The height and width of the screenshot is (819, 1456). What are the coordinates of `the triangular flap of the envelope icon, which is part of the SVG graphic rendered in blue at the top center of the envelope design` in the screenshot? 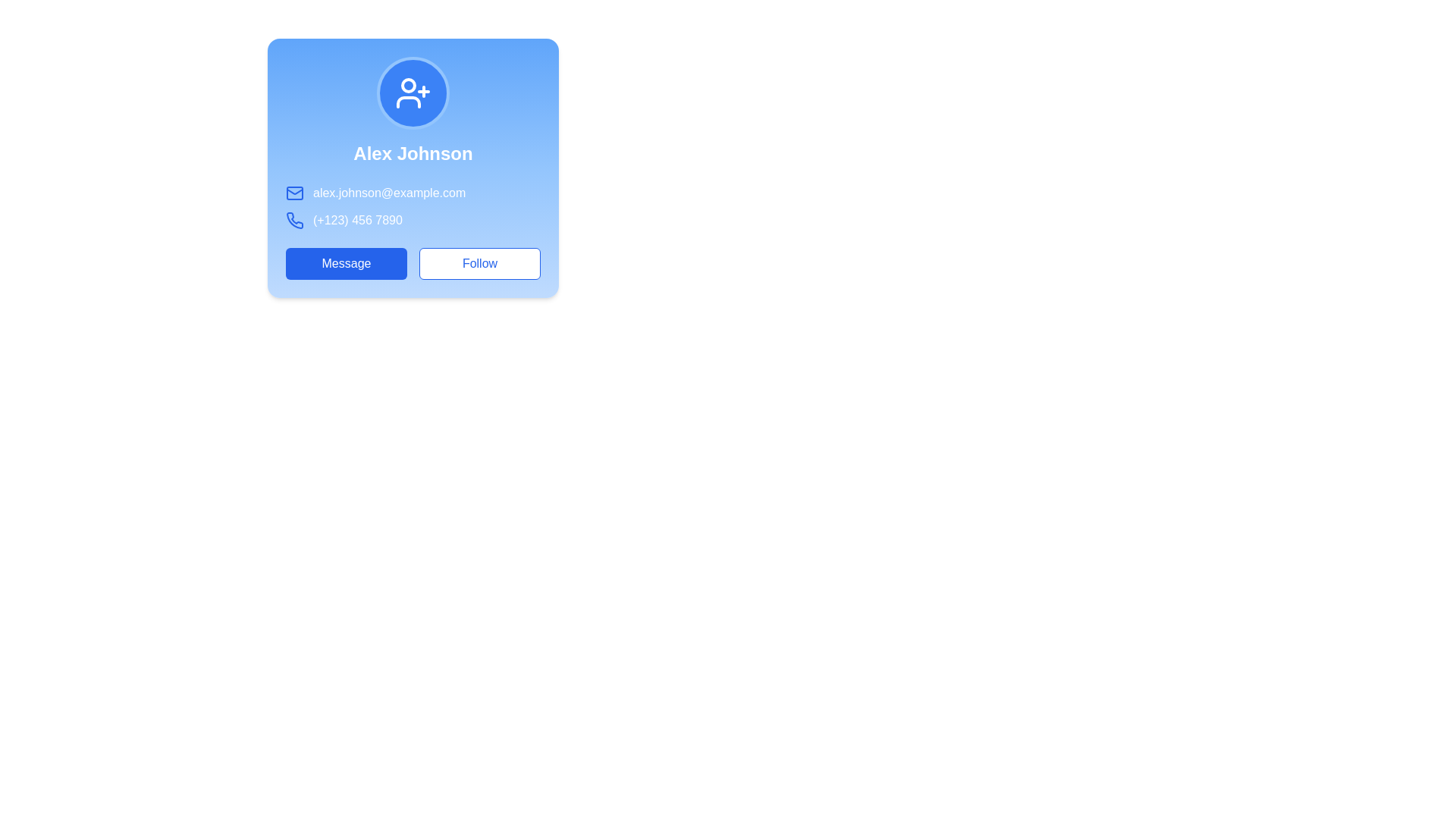 It's located at (294, 190).